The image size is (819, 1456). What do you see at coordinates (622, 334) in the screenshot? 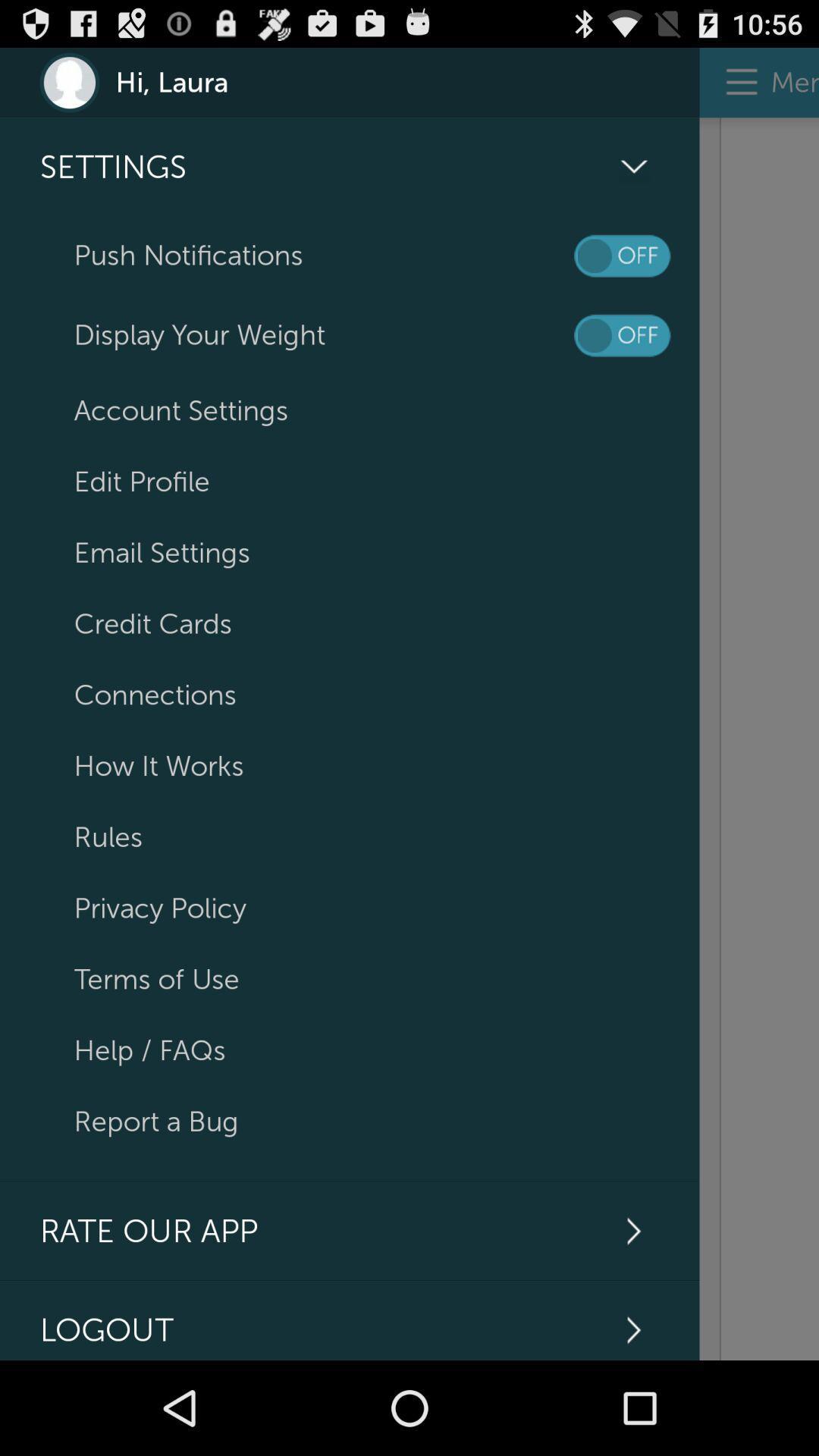
I see `display your weight on` at bounding box center [622, 334].